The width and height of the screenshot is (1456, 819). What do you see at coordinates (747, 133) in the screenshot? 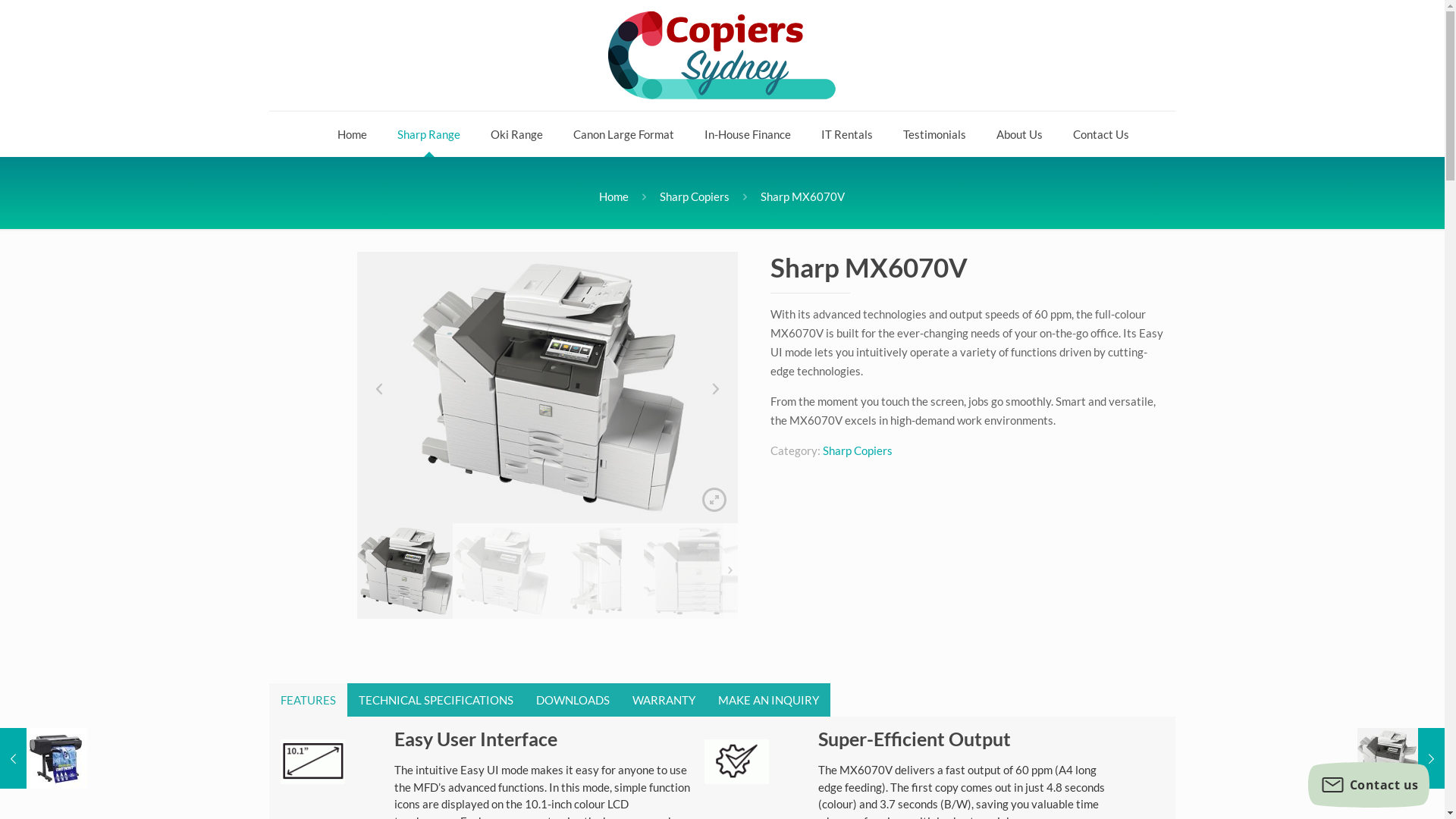
I see `'In-House Finance'` at bounding box center [747, 133].